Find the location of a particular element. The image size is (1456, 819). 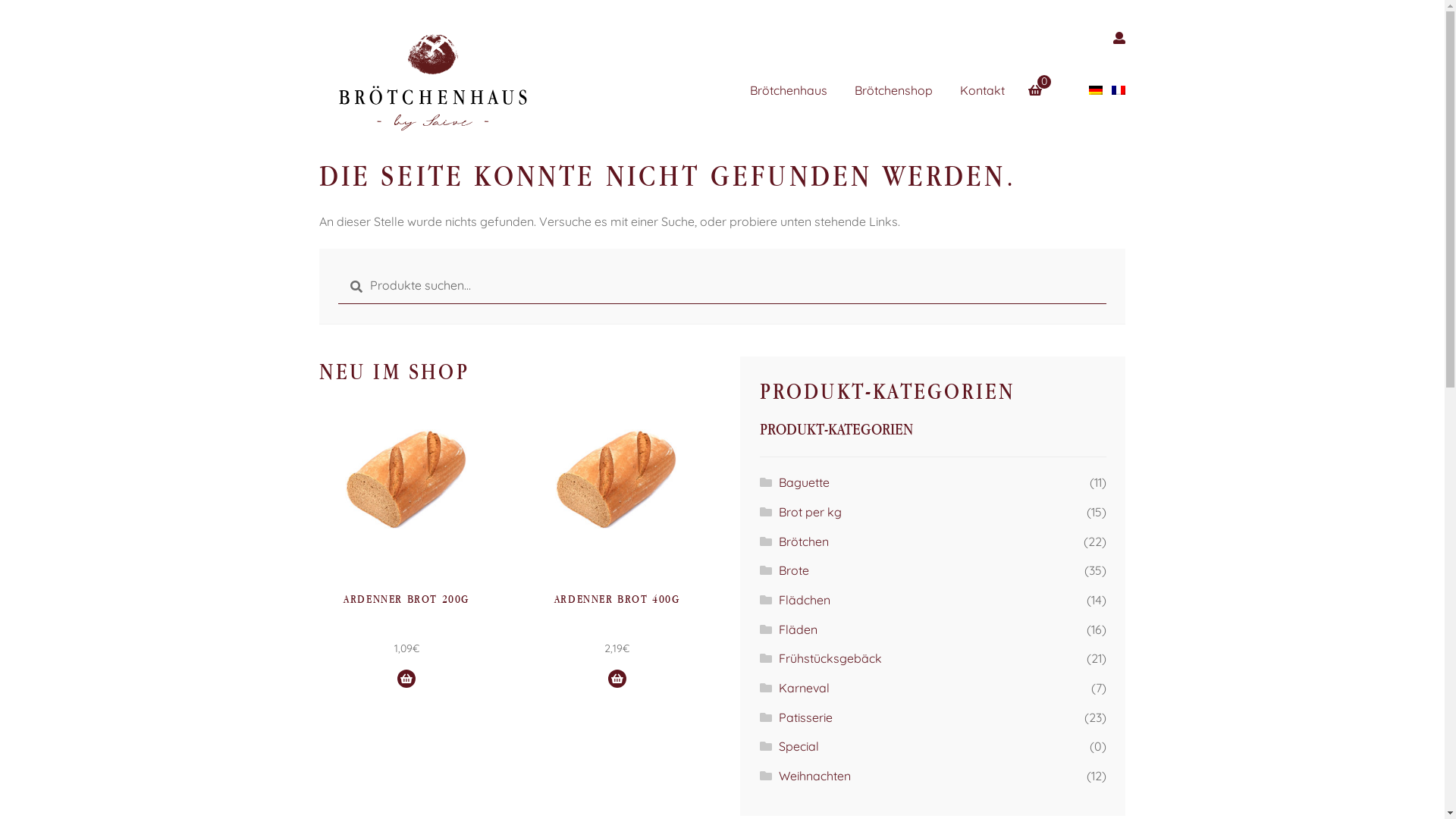

'Karneval' is located at coordinates (779, 687).